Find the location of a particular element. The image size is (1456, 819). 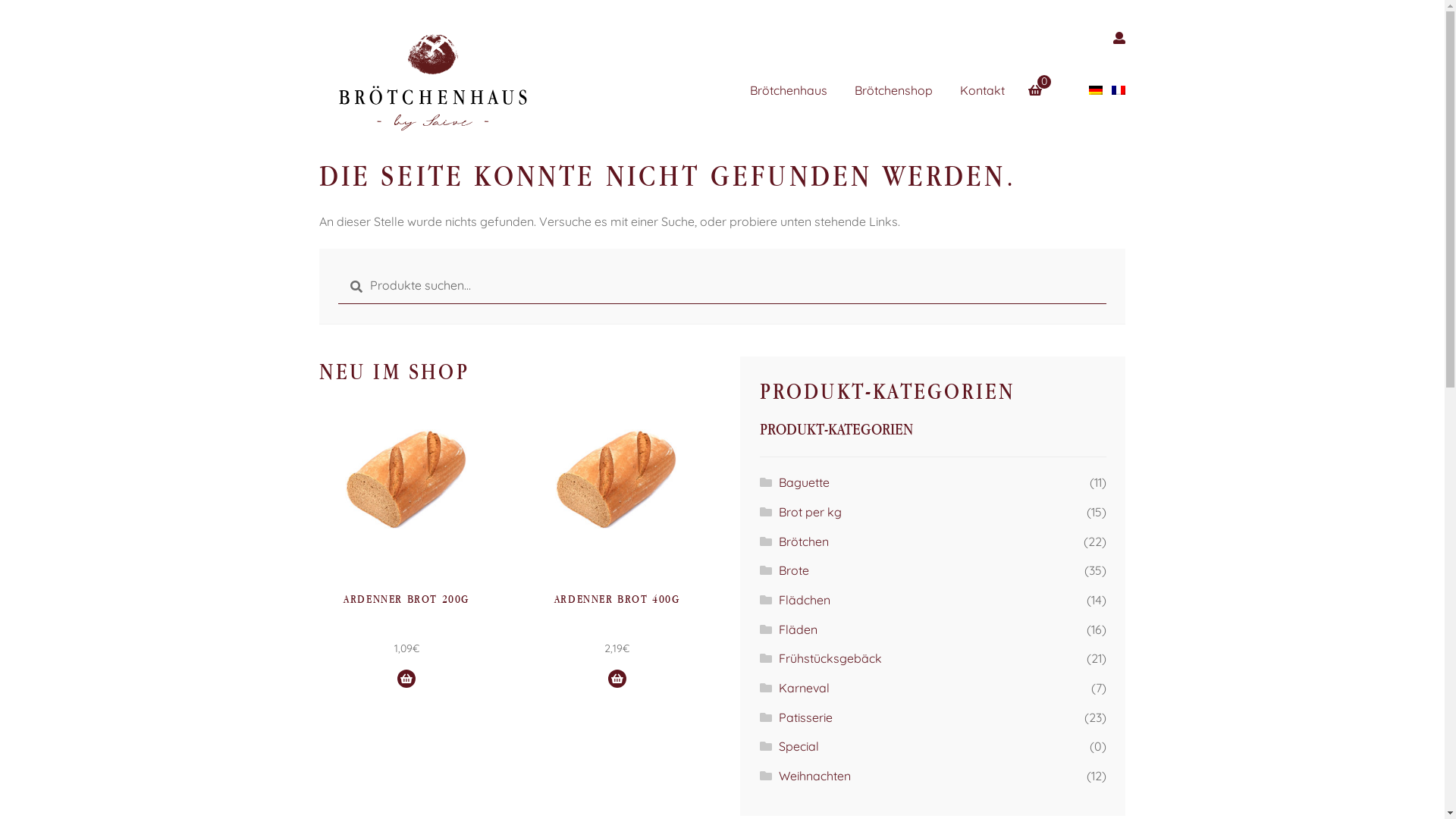

'Karneval' is located at coordinates (779, 687).